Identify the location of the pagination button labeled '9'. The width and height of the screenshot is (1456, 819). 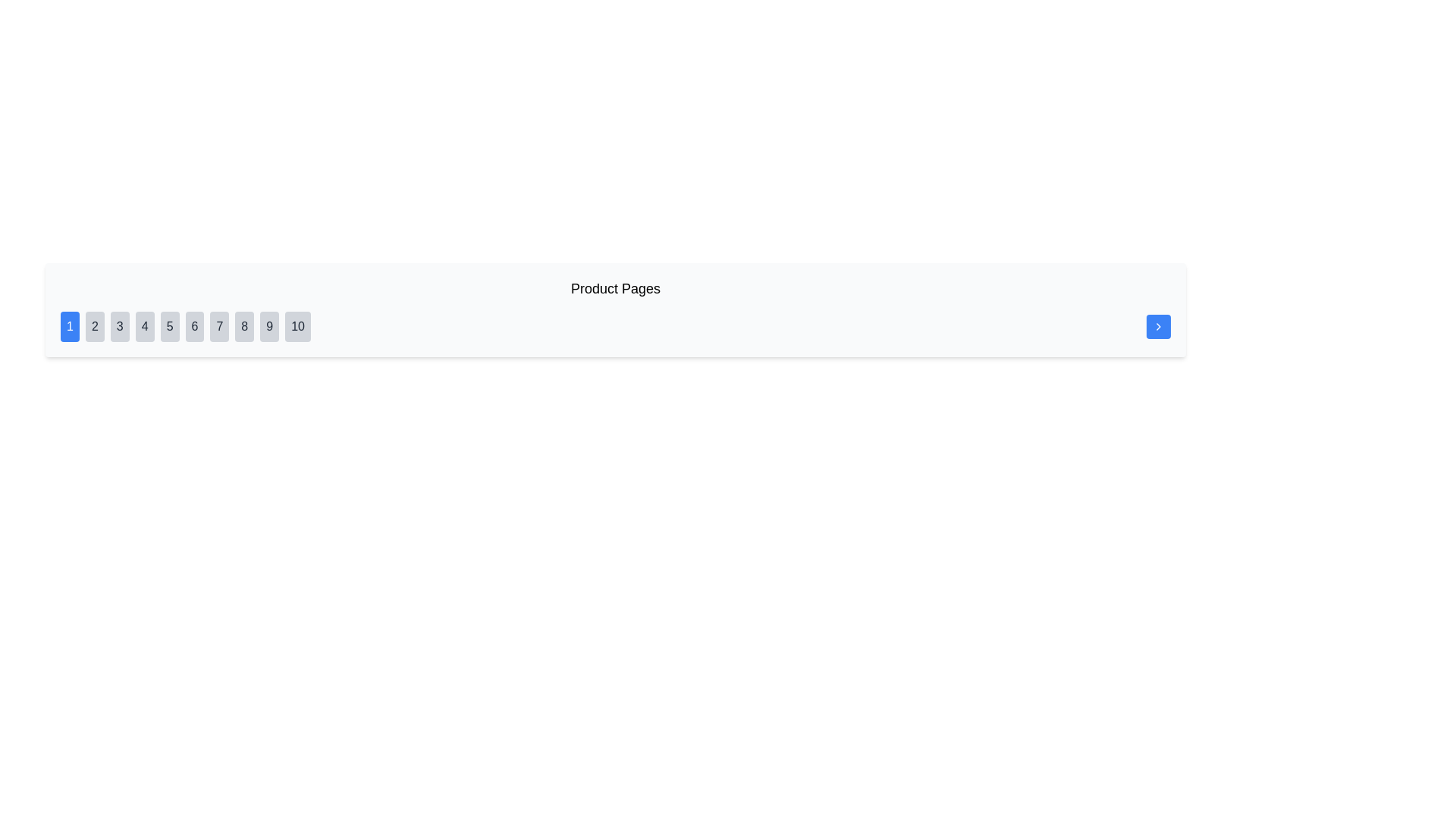
(269, 326).